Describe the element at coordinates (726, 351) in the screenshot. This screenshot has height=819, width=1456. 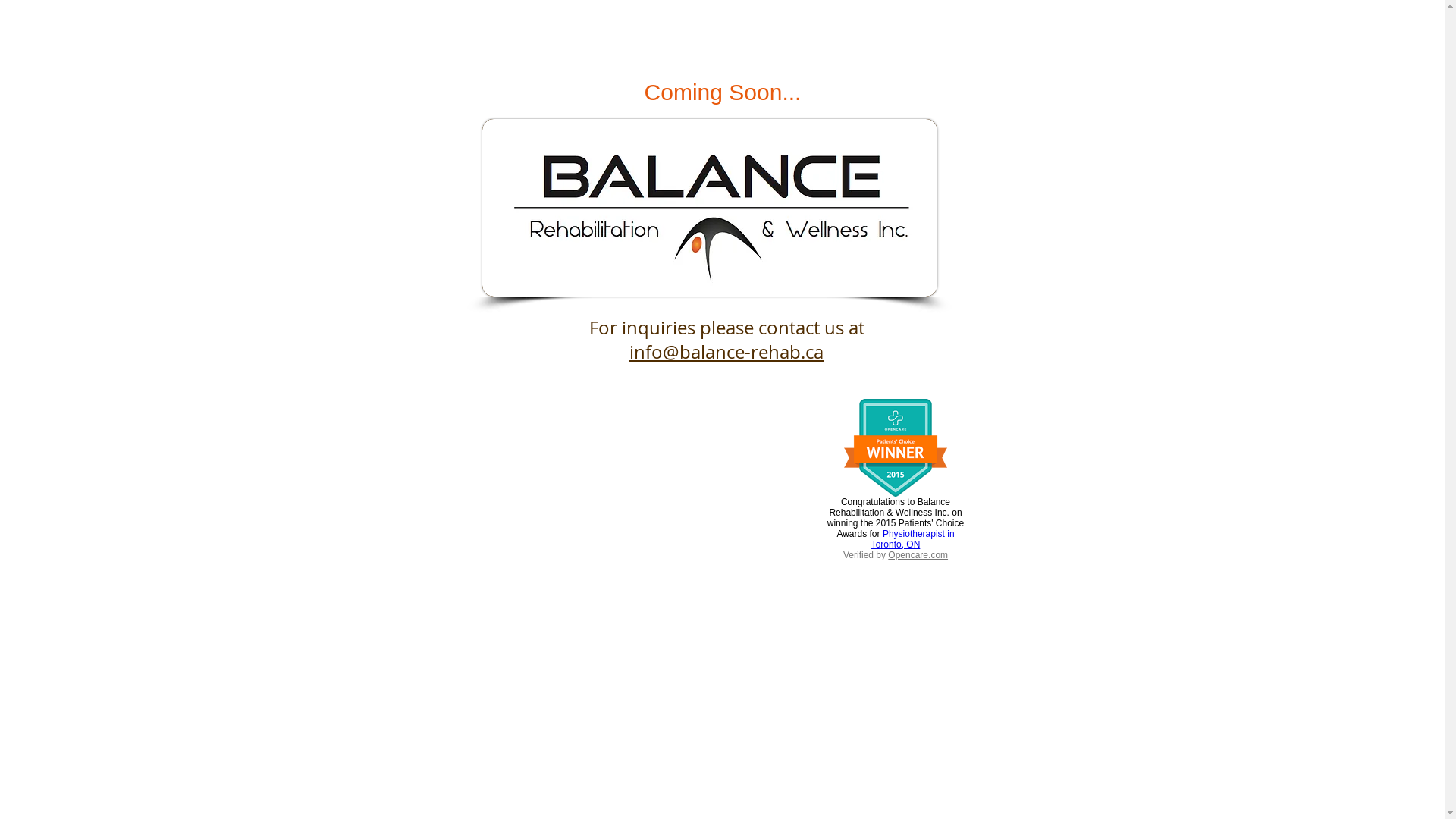
I see `'info@balance-rehab.ca'` at that location.